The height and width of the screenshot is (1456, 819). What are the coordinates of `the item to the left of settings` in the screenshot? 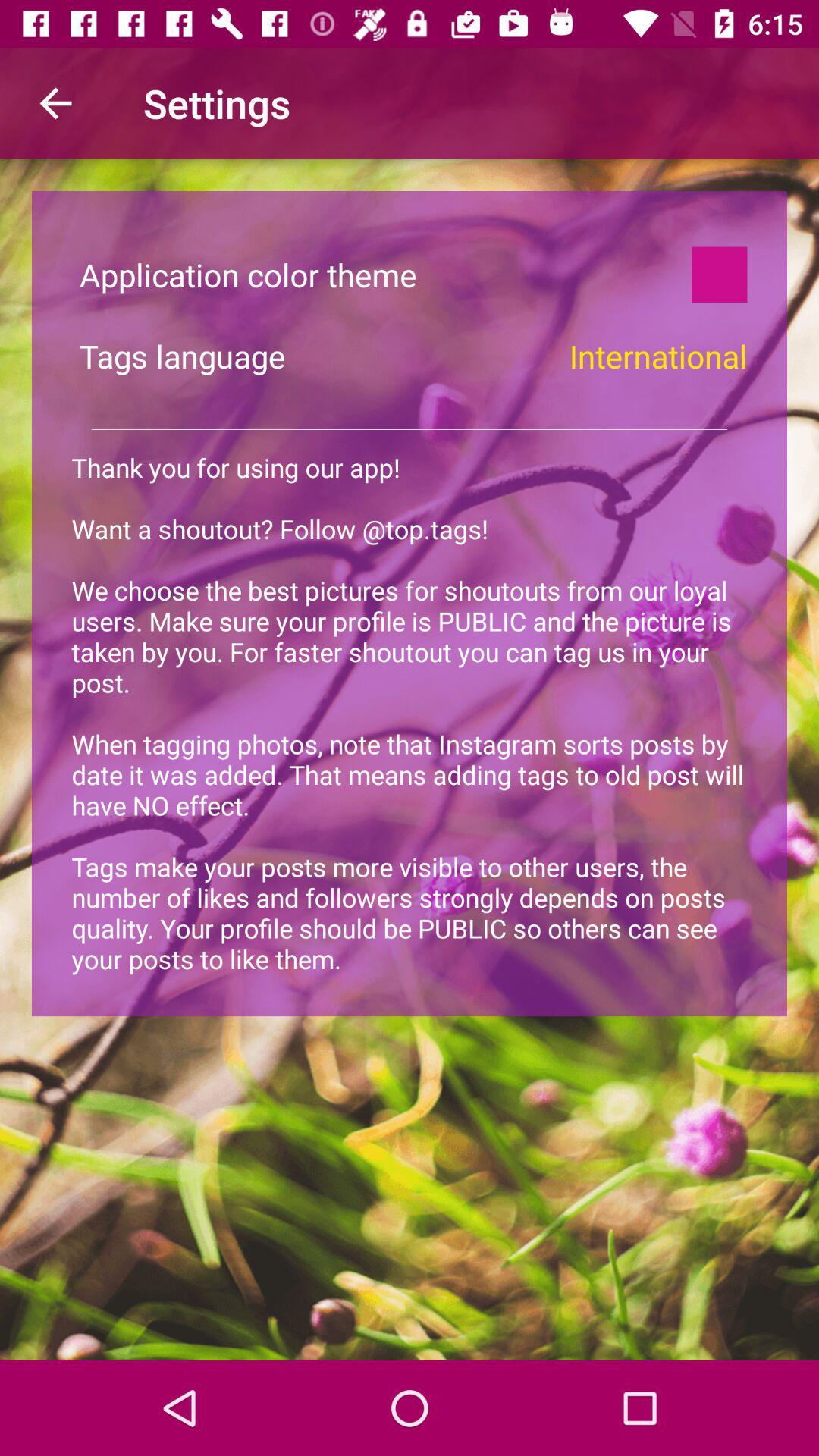 It's located at (55, 102).